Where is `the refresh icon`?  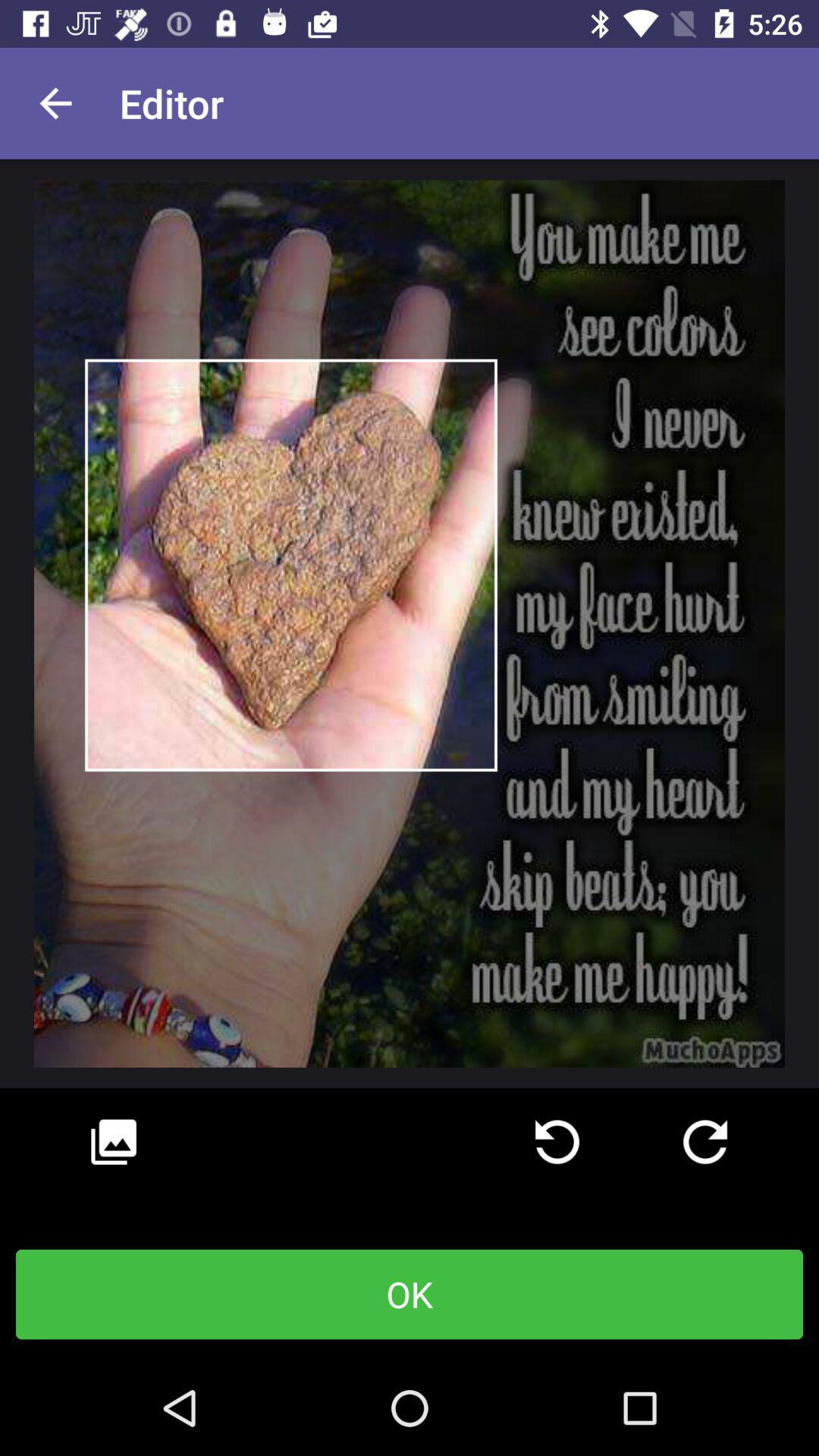
the refresh icon is located at coordinates (704, 1142).